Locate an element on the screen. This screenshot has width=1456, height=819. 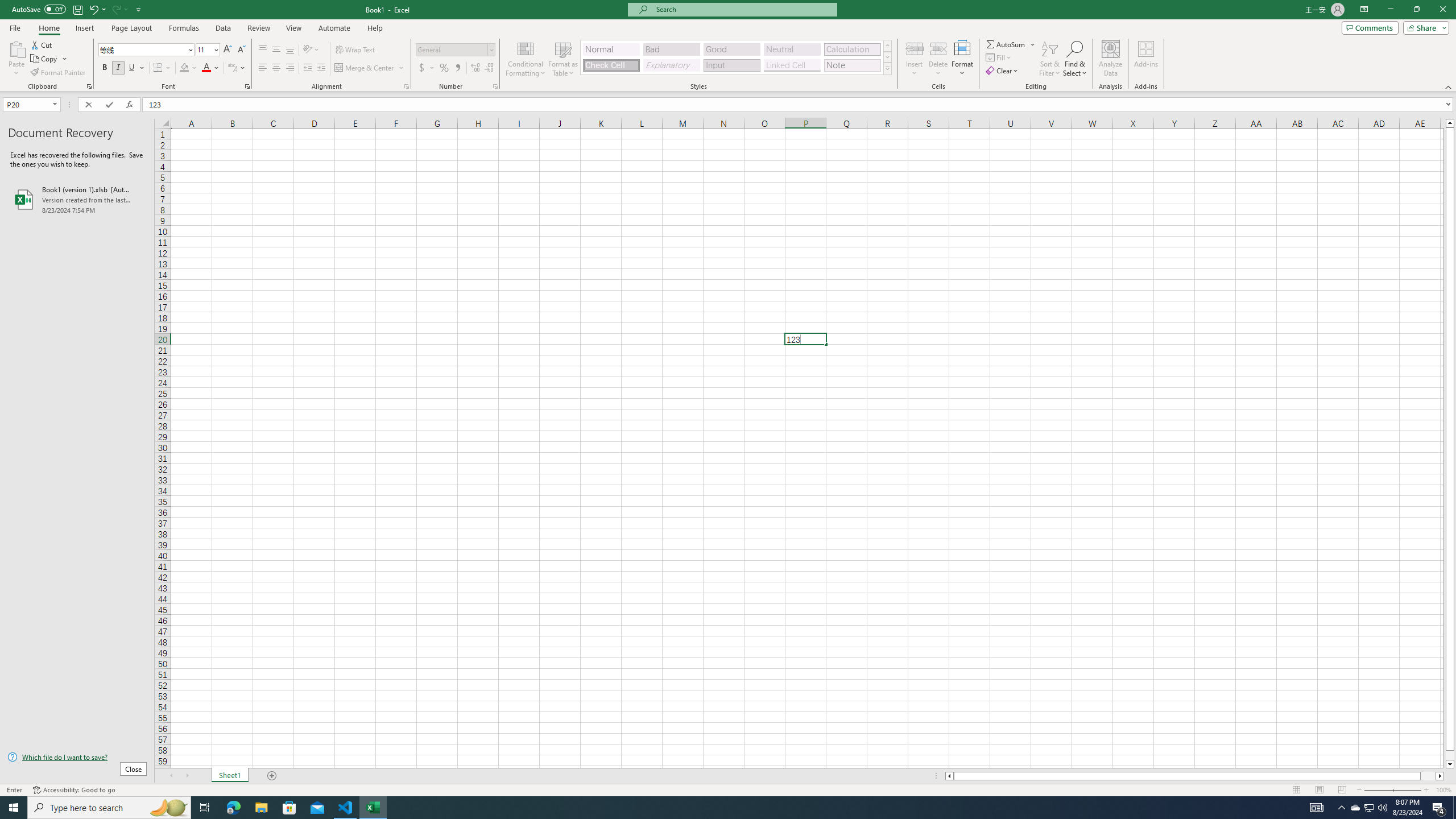
'Delete Cells...' is located at coordinates (937, 48).